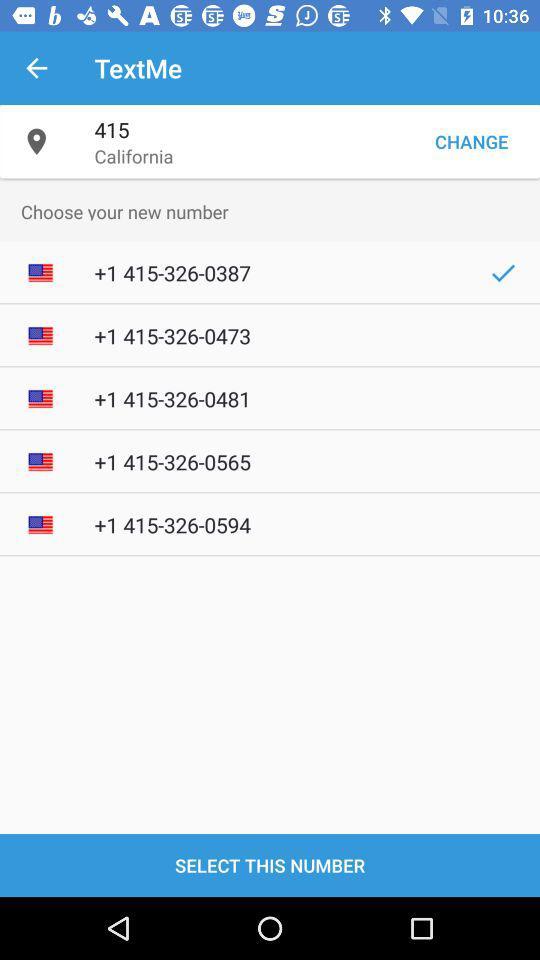 This screenshot has height=960, width=540. Describe the element at coordinates (471, 140) in the screenshot. I see `item next to california` at that location.